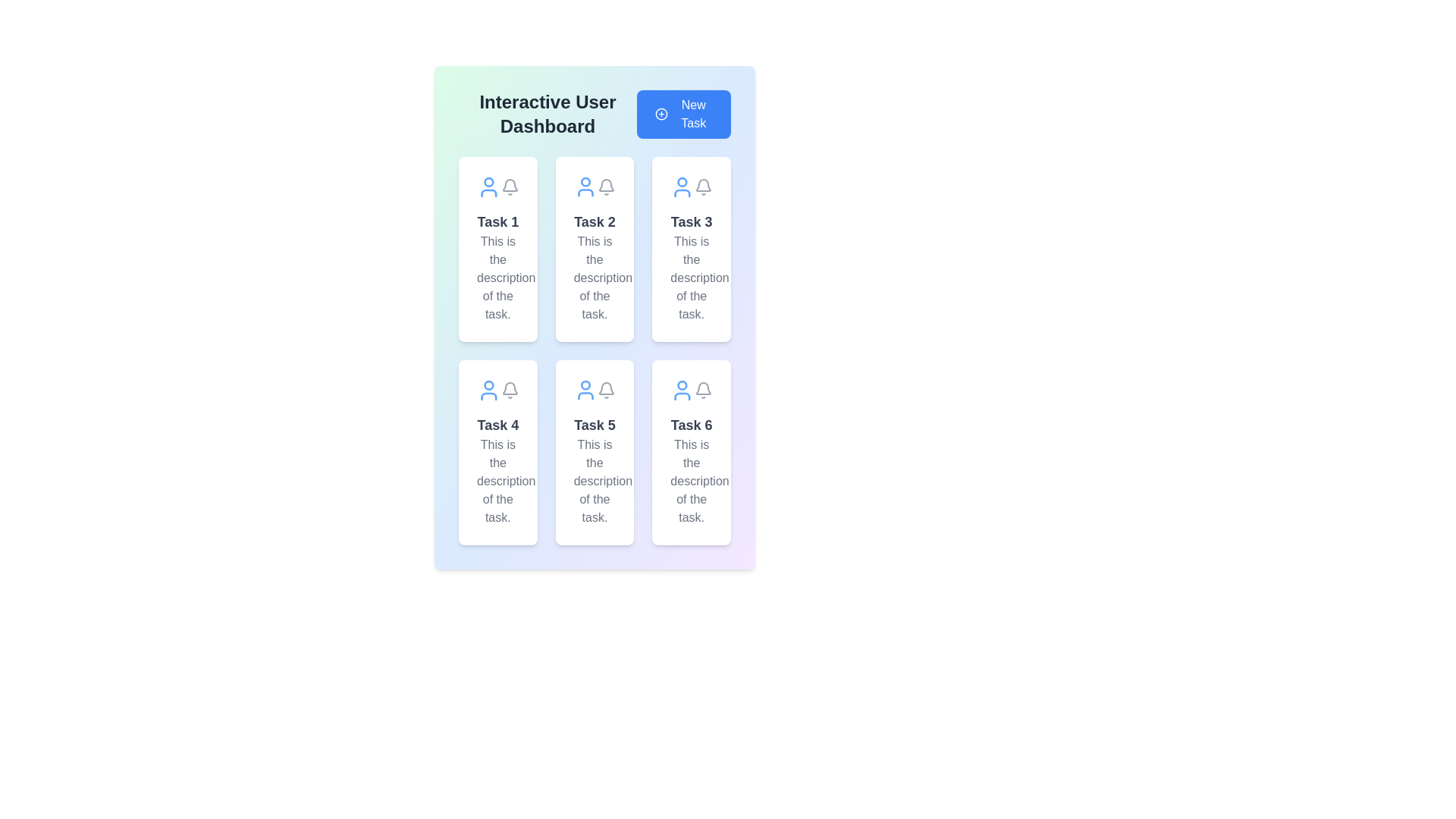 This screenshot has width=1456, height=819. Describe the element at coordinates (488, 192) in the screenshot. I see `the decorative user profile icon located above the title 'Task 1' in the first column and first row of the card layout` at that location.